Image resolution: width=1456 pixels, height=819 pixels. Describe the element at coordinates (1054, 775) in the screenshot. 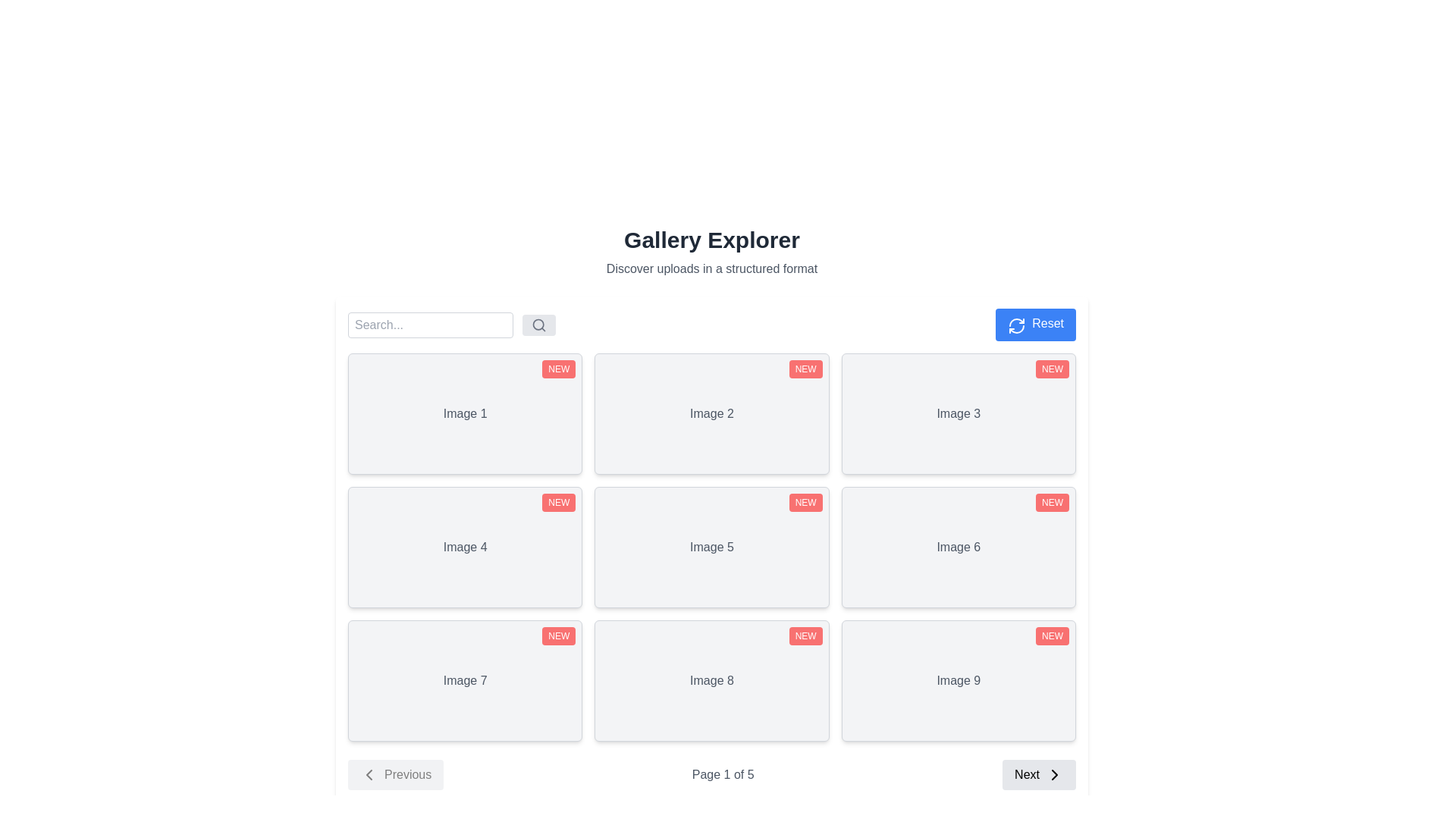

I see `the rightward-pointing chevron icon located at the right edge of the 'Next' button` at that location.